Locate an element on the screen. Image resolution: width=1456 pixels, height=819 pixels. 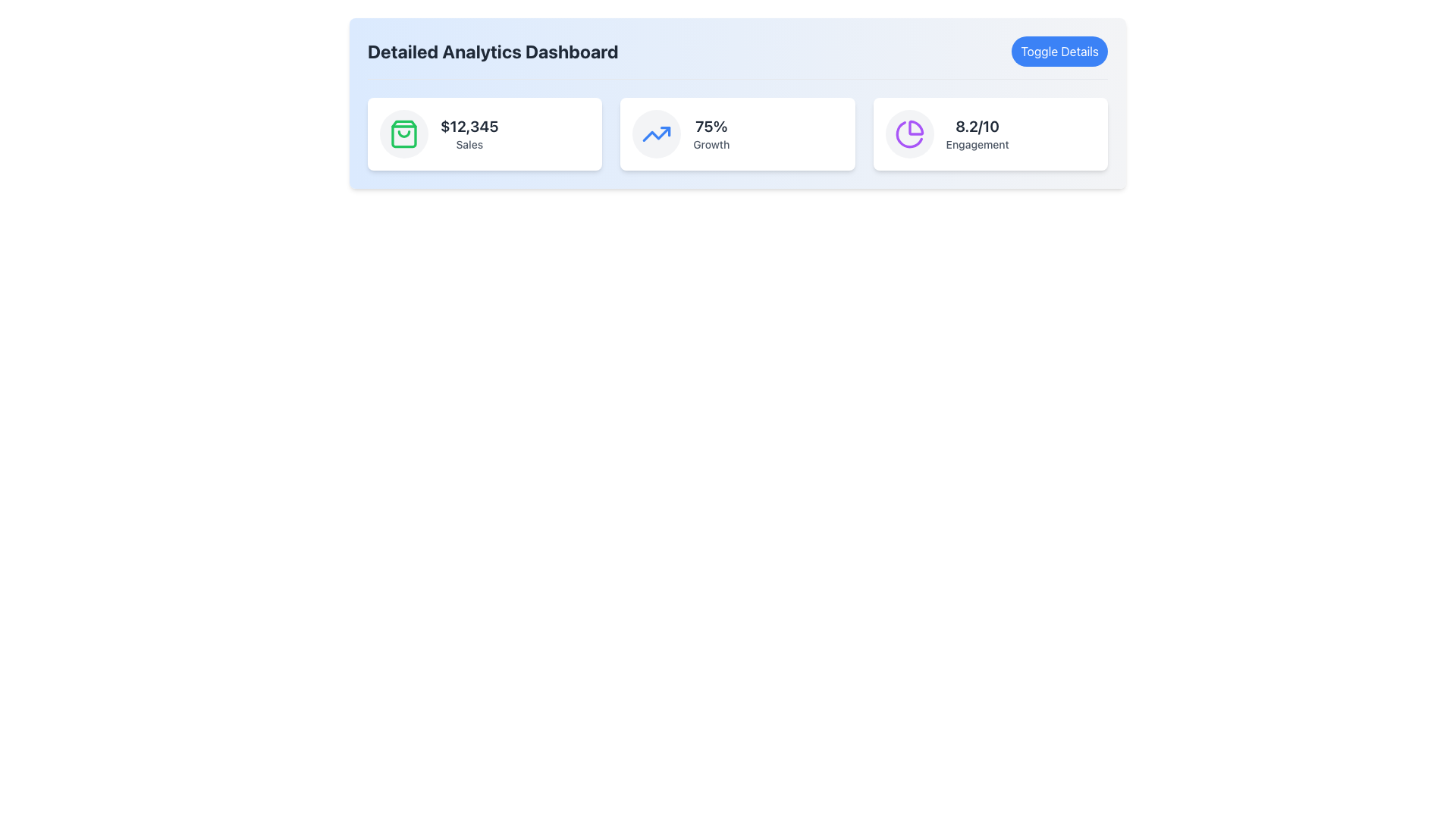
rating '8.2/10' and label 'Engagement' from the text block located at the rightmost position of the card group is located at coordinates (977, 133).